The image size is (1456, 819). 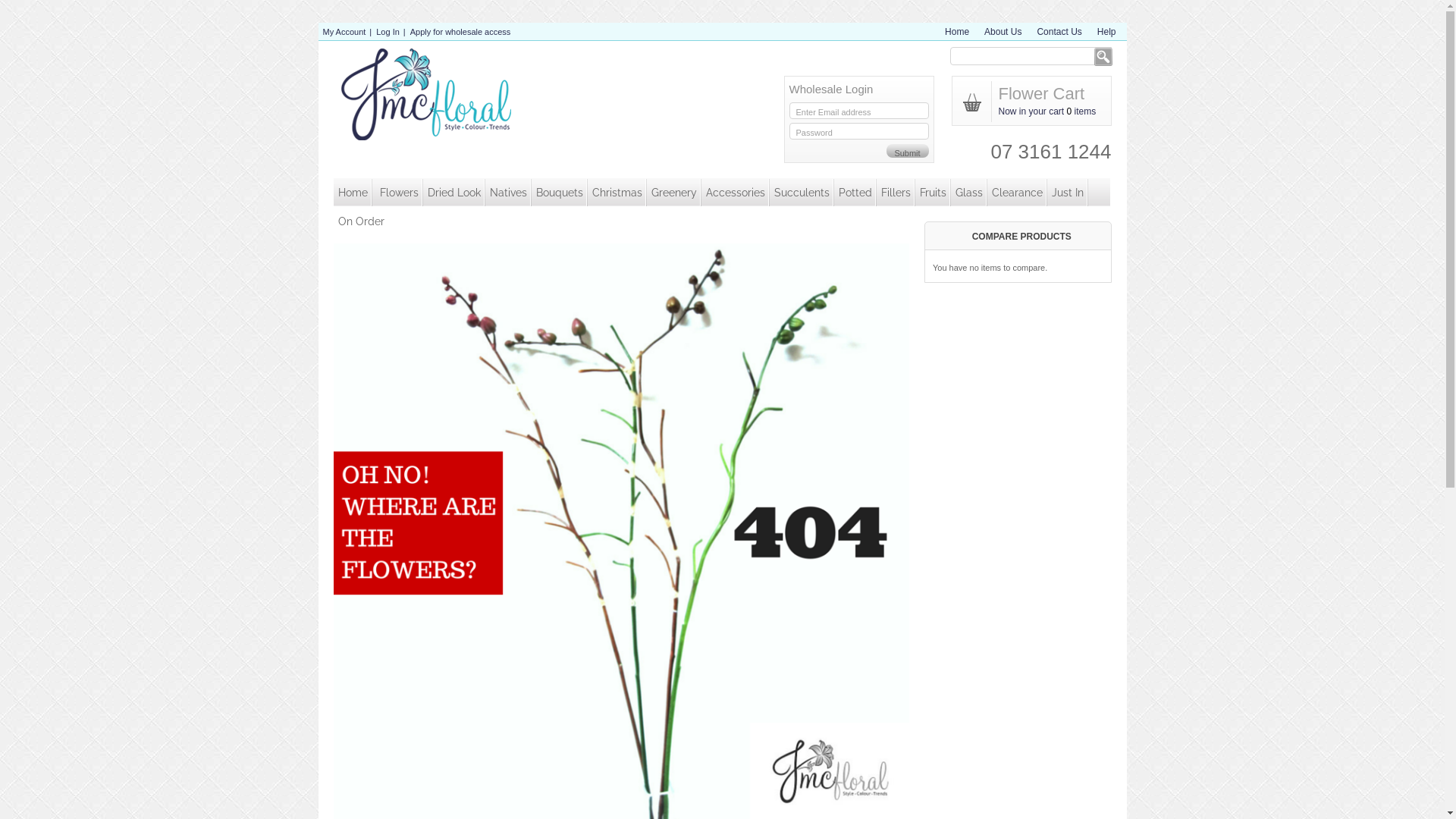 What do you see at coordinates (906, 155) in the screenshot?
I see `'Submit'` at bounding box center [906, 155].